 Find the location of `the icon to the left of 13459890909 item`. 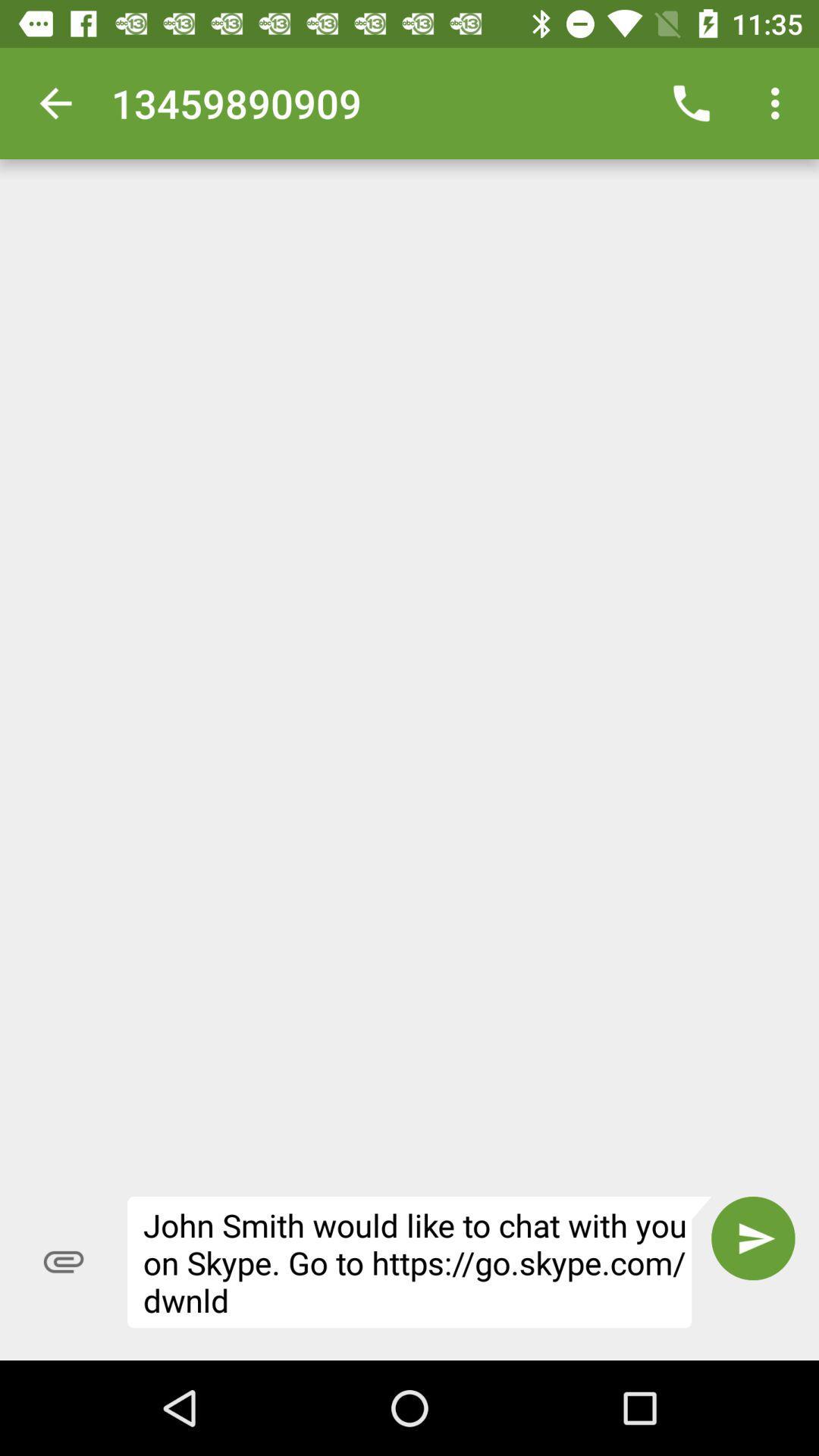

the icon to the left of 13459890909 item is located at coordinates (55, 102).